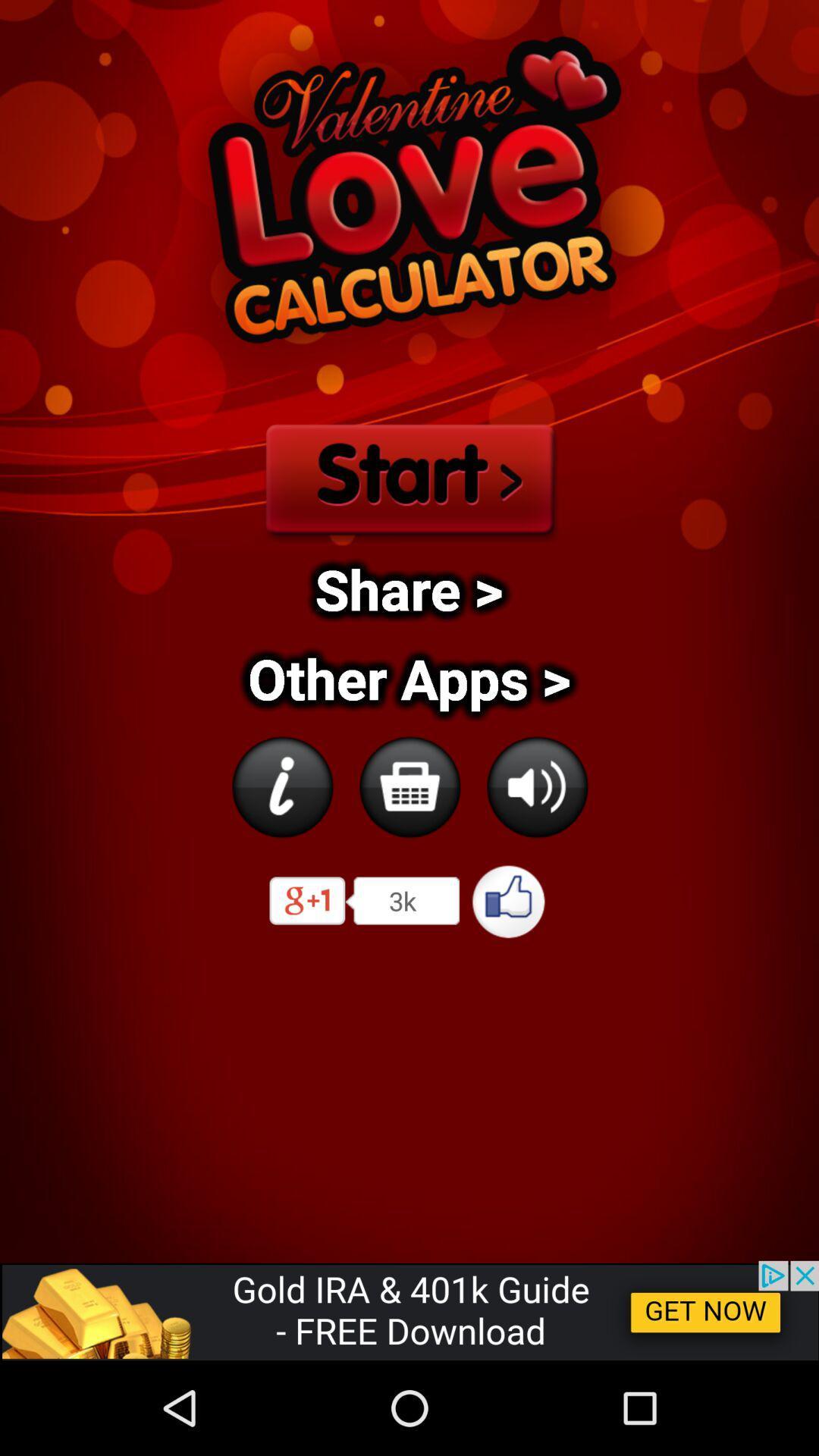  Describe the element at coordinates (281, 786) in the screenshot. I see `more information` at that location.